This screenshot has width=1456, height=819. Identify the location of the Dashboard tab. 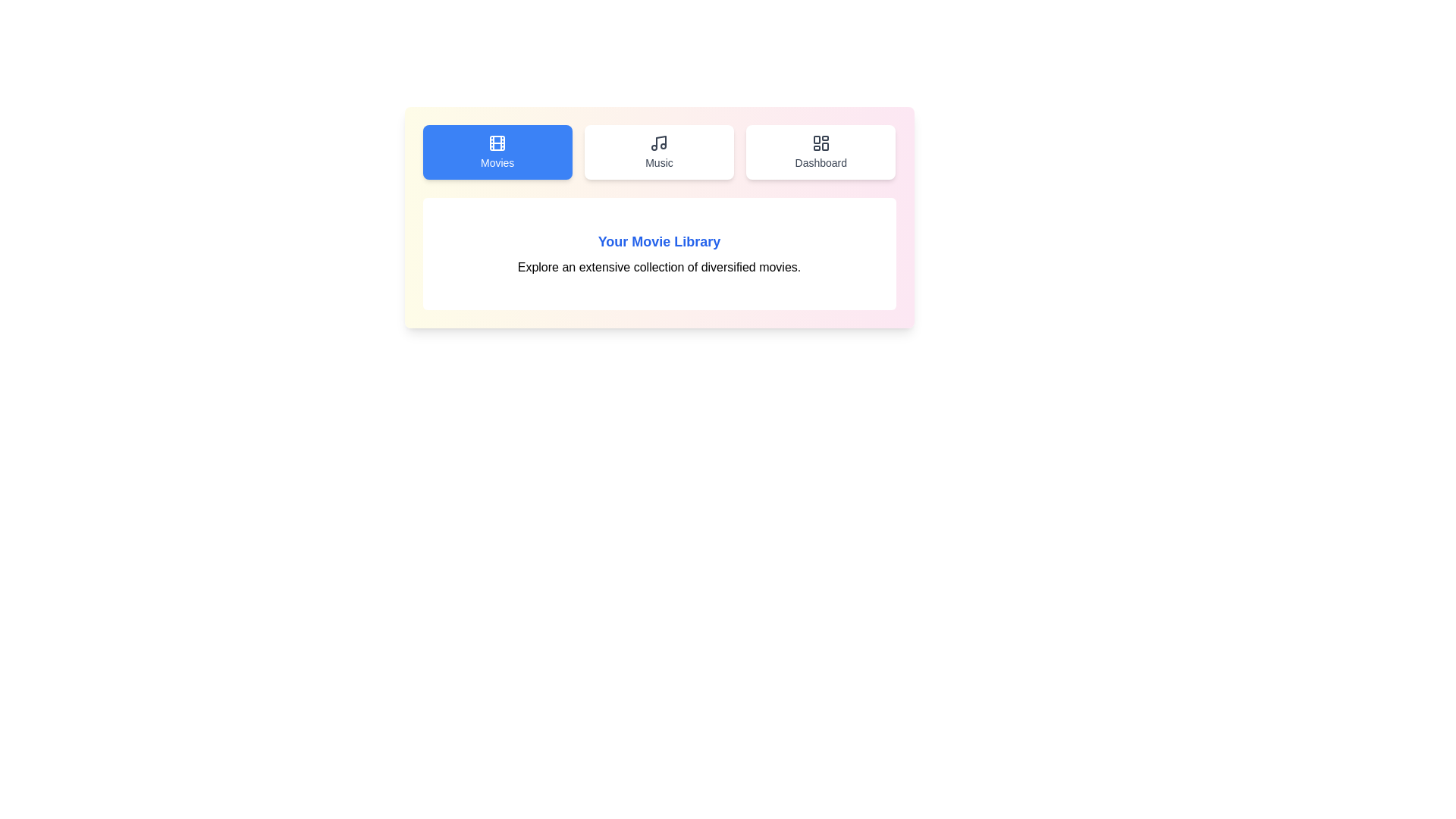
(819, 152).